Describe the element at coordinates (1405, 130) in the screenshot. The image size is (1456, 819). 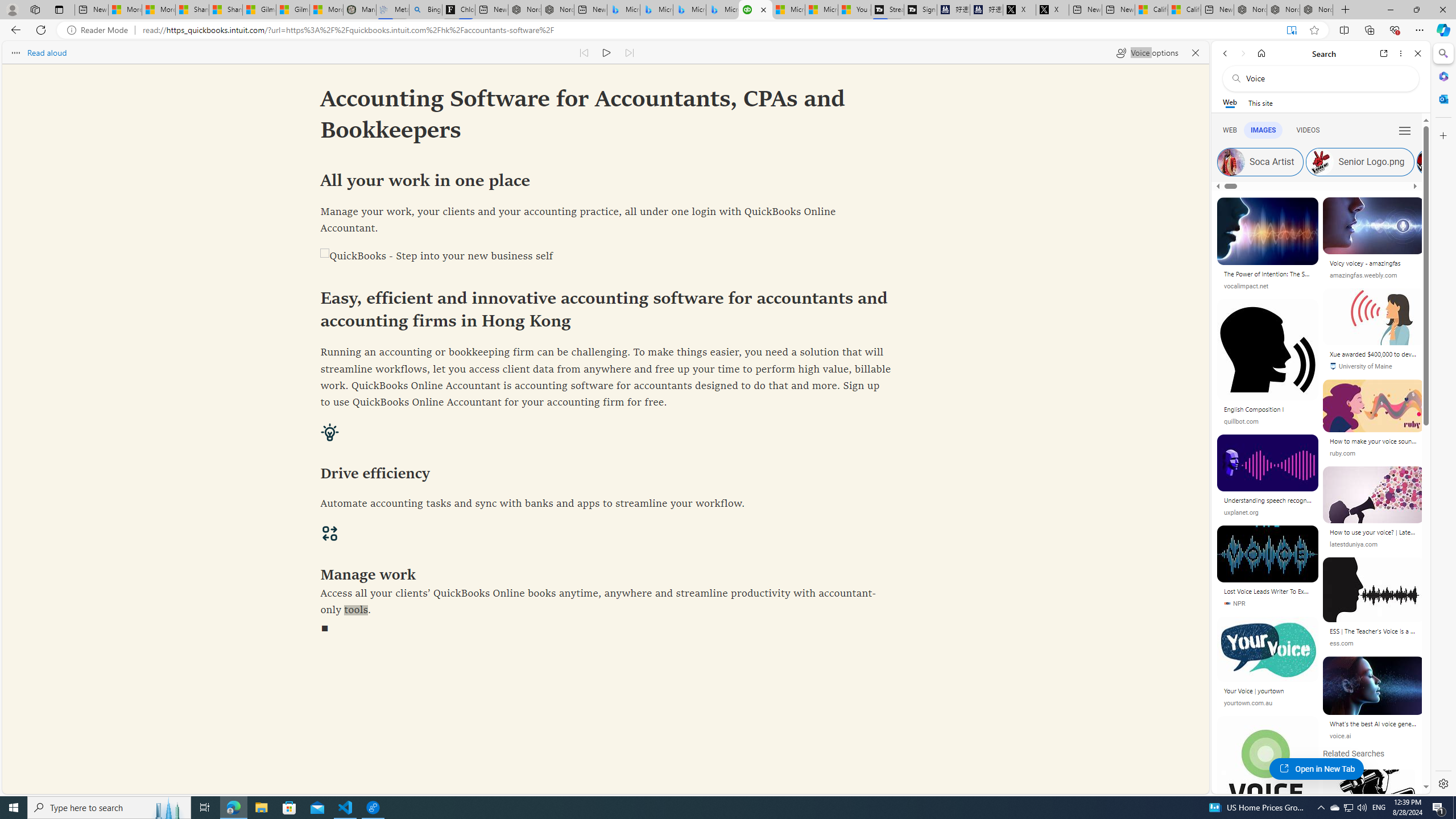
I see `'Class: b_serphb'` at that location.